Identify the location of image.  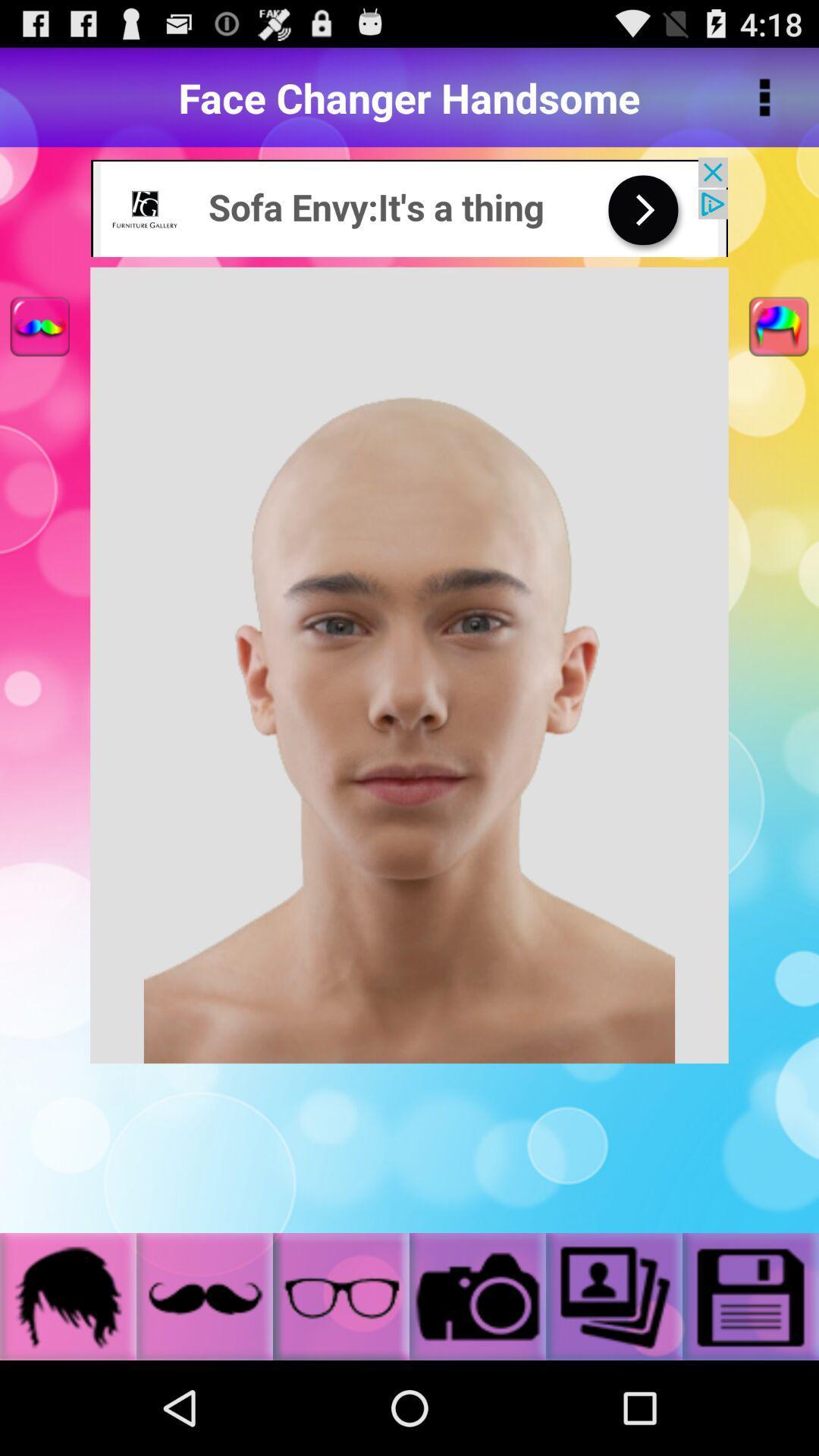
(476, 1295).